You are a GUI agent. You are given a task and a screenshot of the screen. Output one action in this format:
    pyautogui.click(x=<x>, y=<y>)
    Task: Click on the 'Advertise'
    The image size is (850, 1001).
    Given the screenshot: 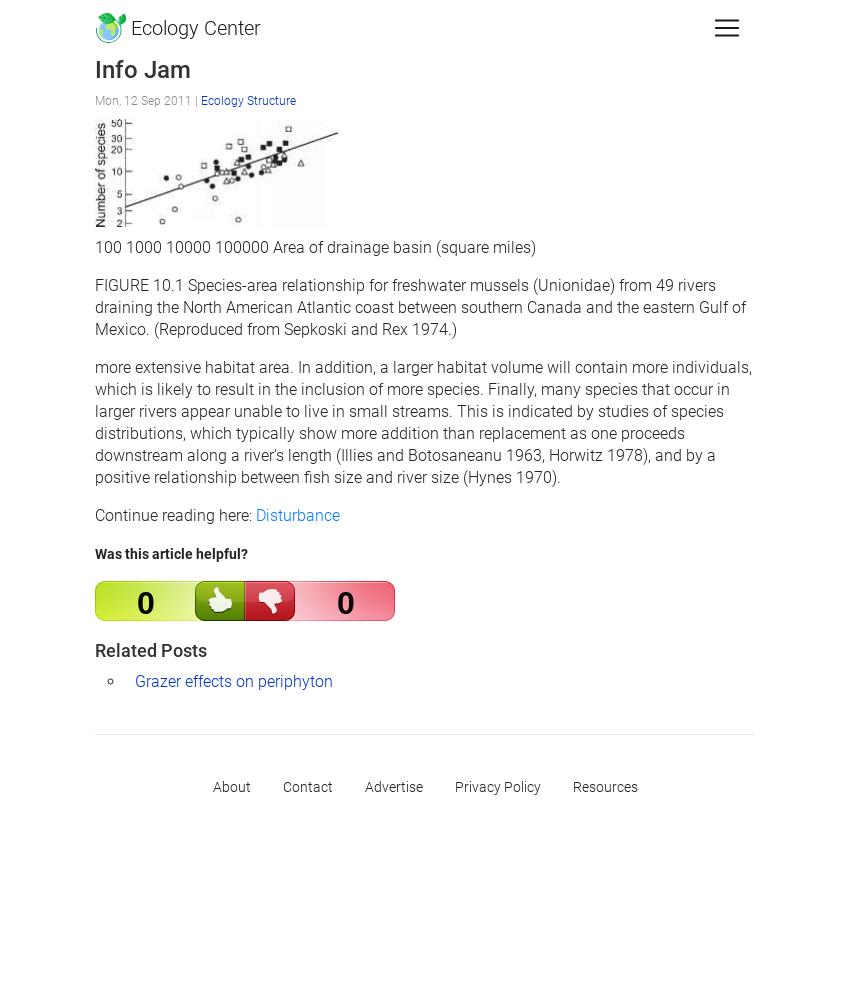 What is the action you would take?
    pyautogui.click(x=393, y=786)
    